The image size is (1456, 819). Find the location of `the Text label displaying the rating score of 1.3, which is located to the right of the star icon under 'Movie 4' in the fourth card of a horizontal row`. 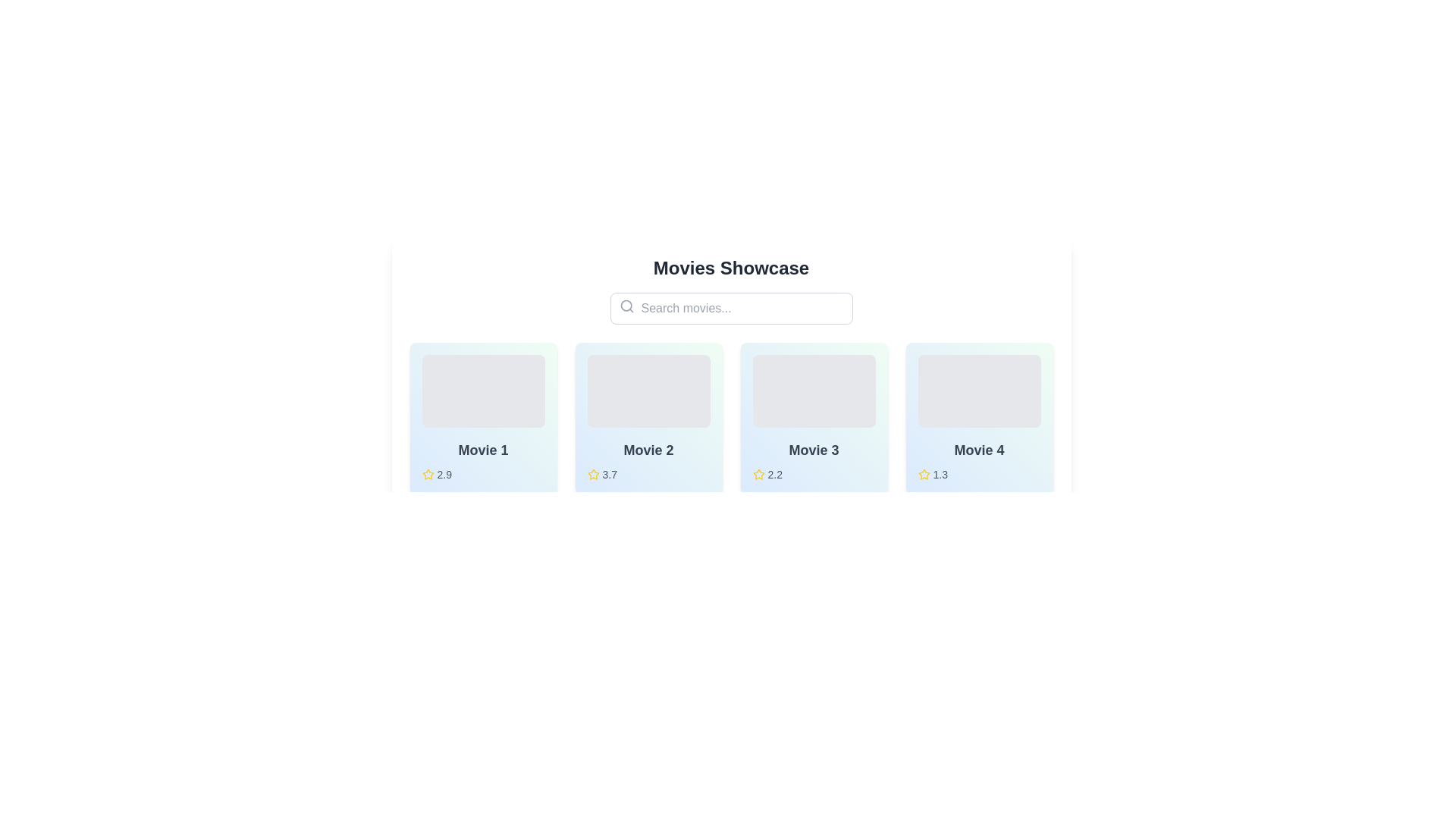

the Text label displaying the rating score of 1.3, which is located to the right of the star icon under 'Movie 4' in the fourth card of a horizontal row is located at coordinates (940, 473).